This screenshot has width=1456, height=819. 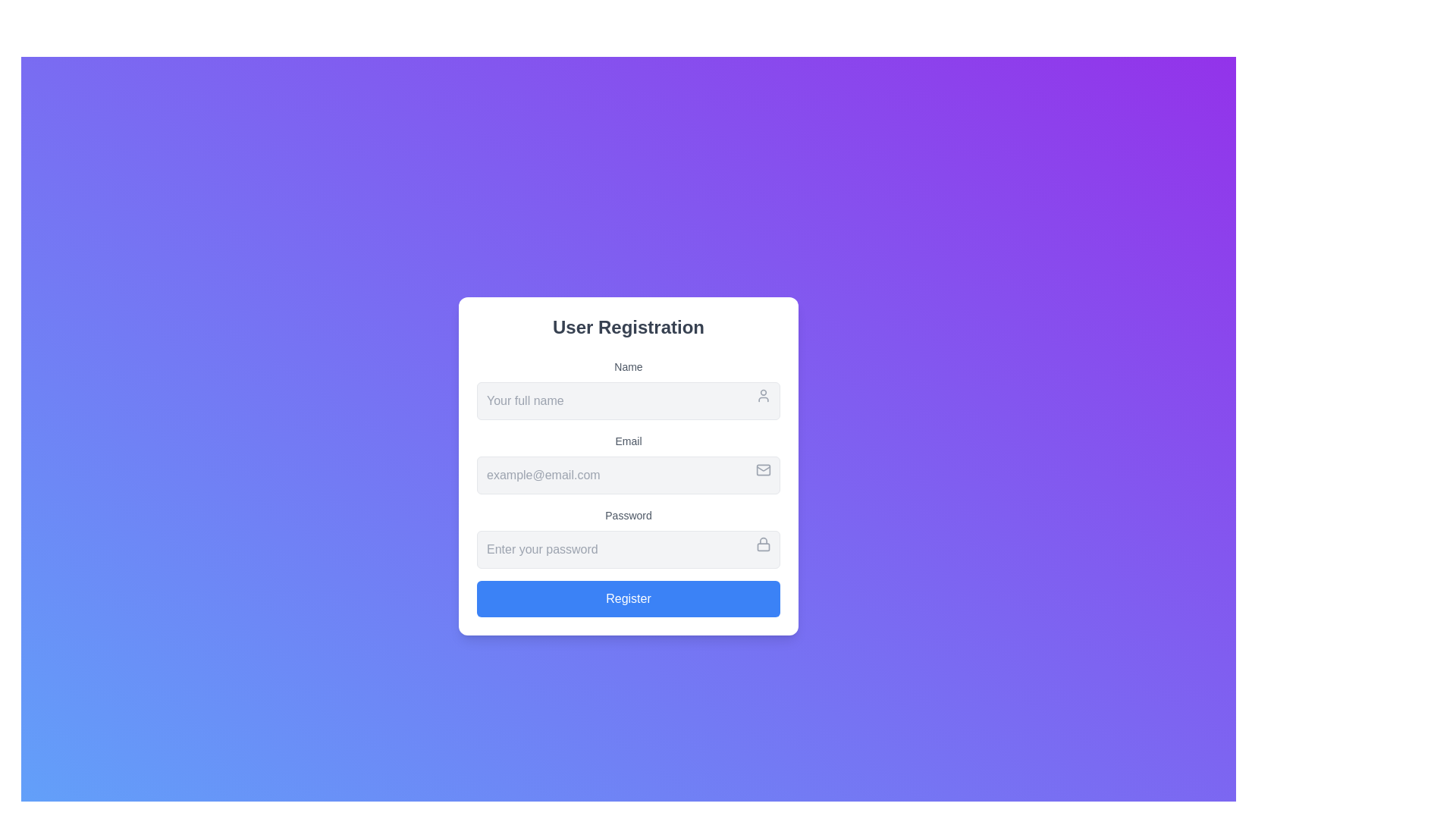 I want to click on the lock icon, which is a gray line-style SVG located to the far right of the password input field and aligned vertically with it, so click(x=764, y=543).